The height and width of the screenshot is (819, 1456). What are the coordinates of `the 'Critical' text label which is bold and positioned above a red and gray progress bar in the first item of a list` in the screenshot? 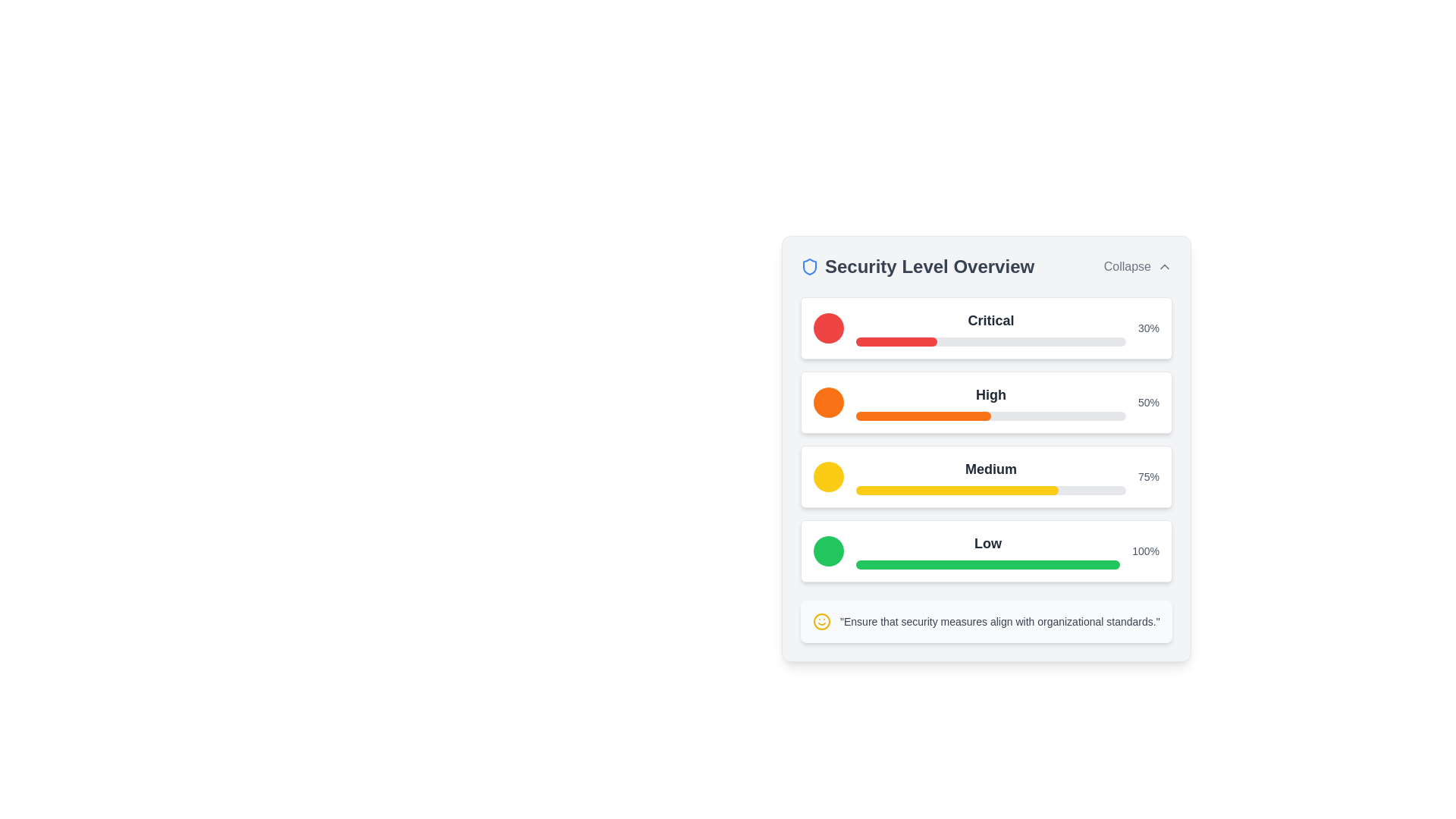 It's located at (990, 327).